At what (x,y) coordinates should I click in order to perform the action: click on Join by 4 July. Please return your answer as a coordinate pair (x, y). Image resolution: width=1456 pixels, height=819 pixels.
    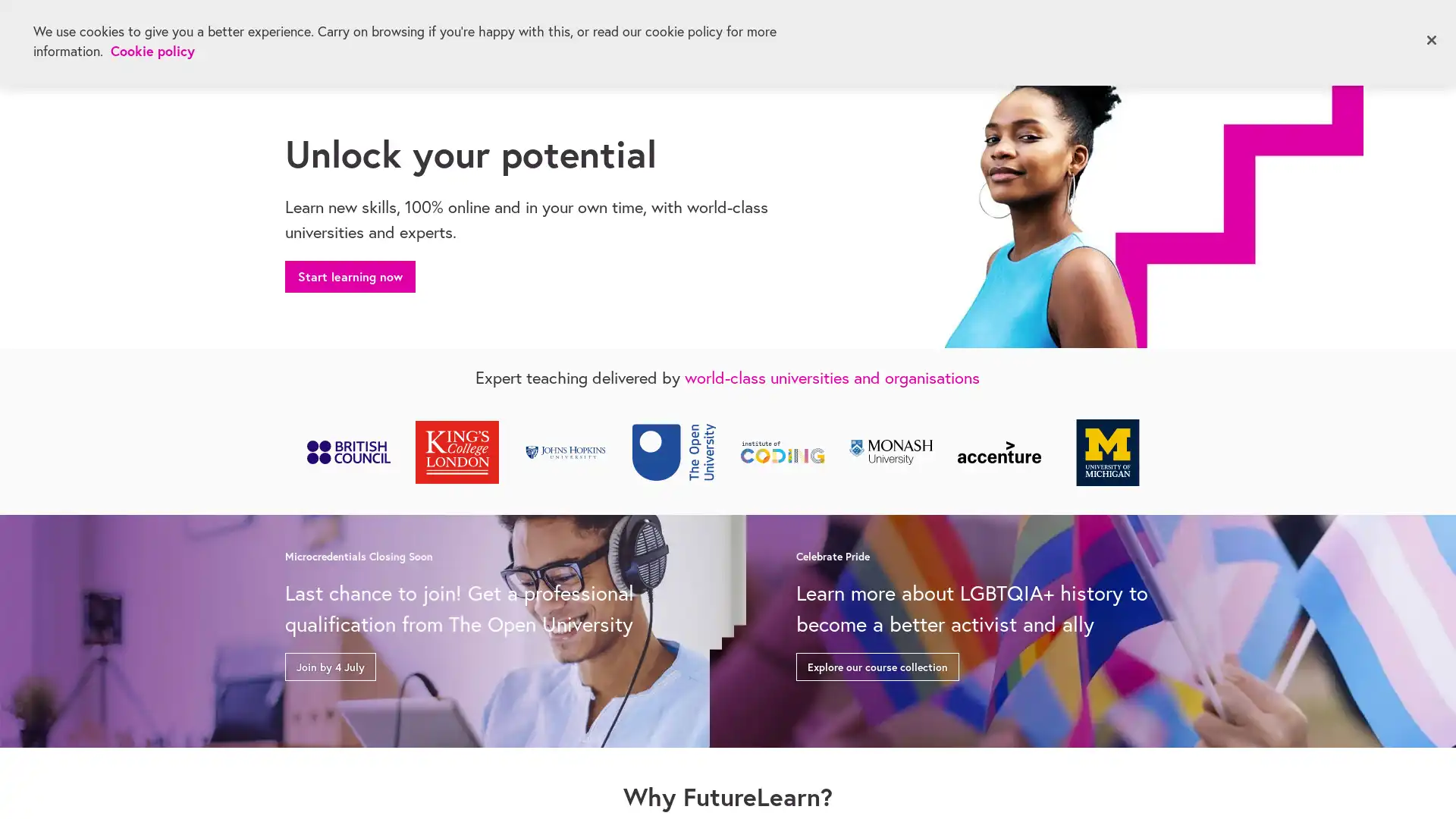
    Looking at the image, I should click on (330, 663).